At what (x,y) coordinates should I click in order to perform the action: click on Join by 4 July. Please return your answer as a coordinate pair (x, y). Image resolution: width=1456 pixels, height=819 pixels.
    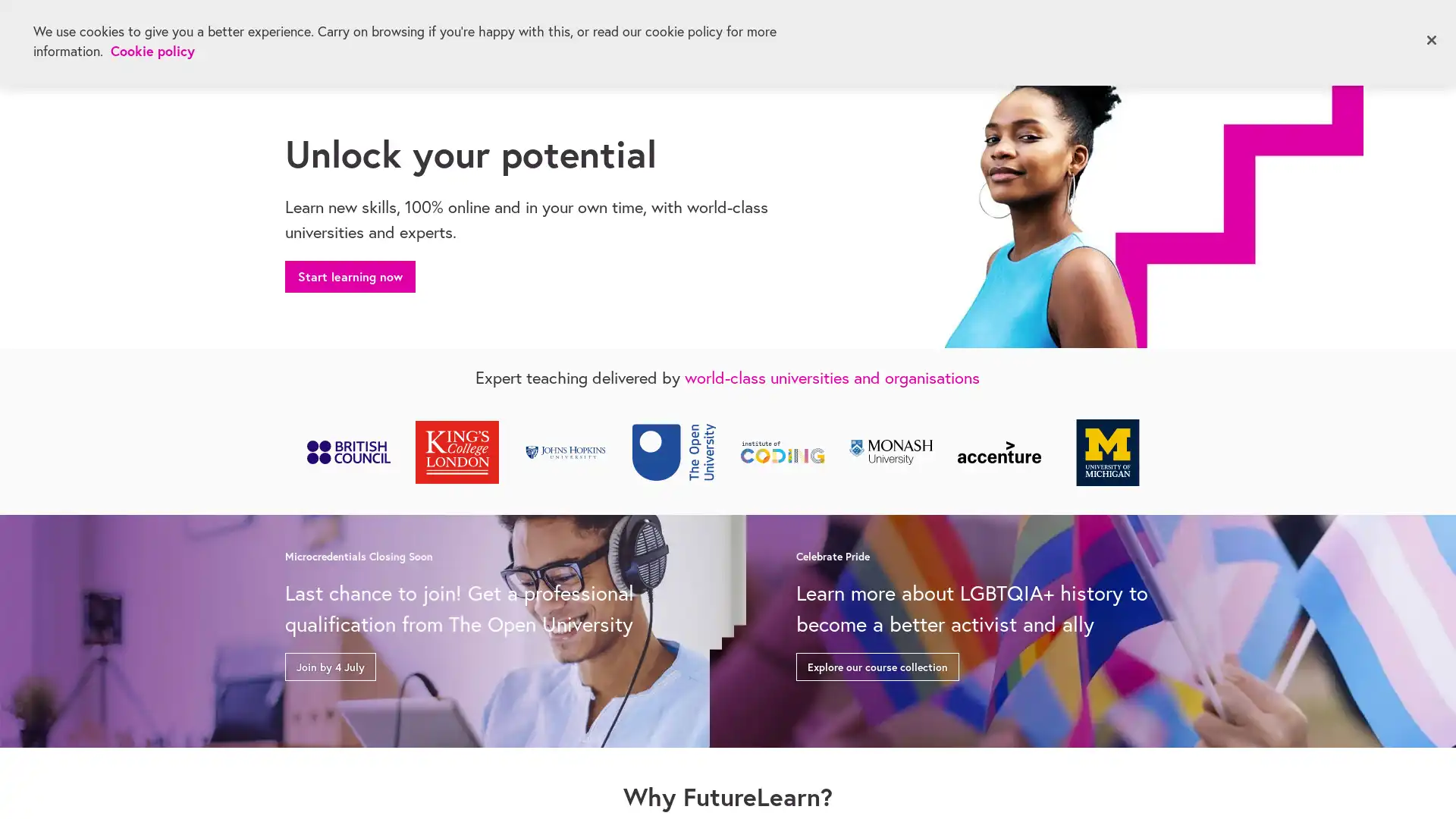
    Looking at the image, I should click on (330, 663).